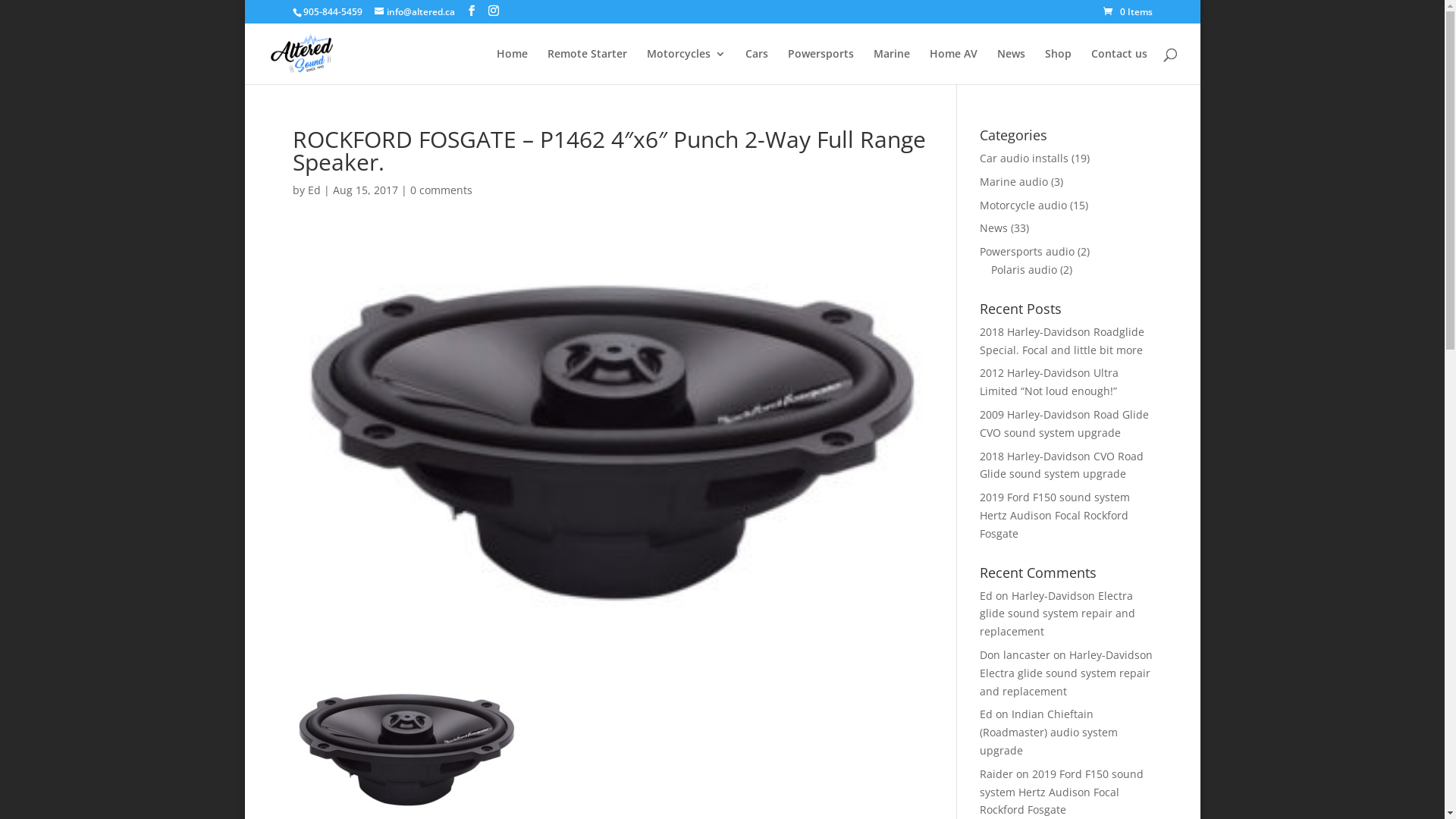  What do you see at coordinates (996, 65) in the screenshot?
I see `'News'` at bounding box center [996, 65].